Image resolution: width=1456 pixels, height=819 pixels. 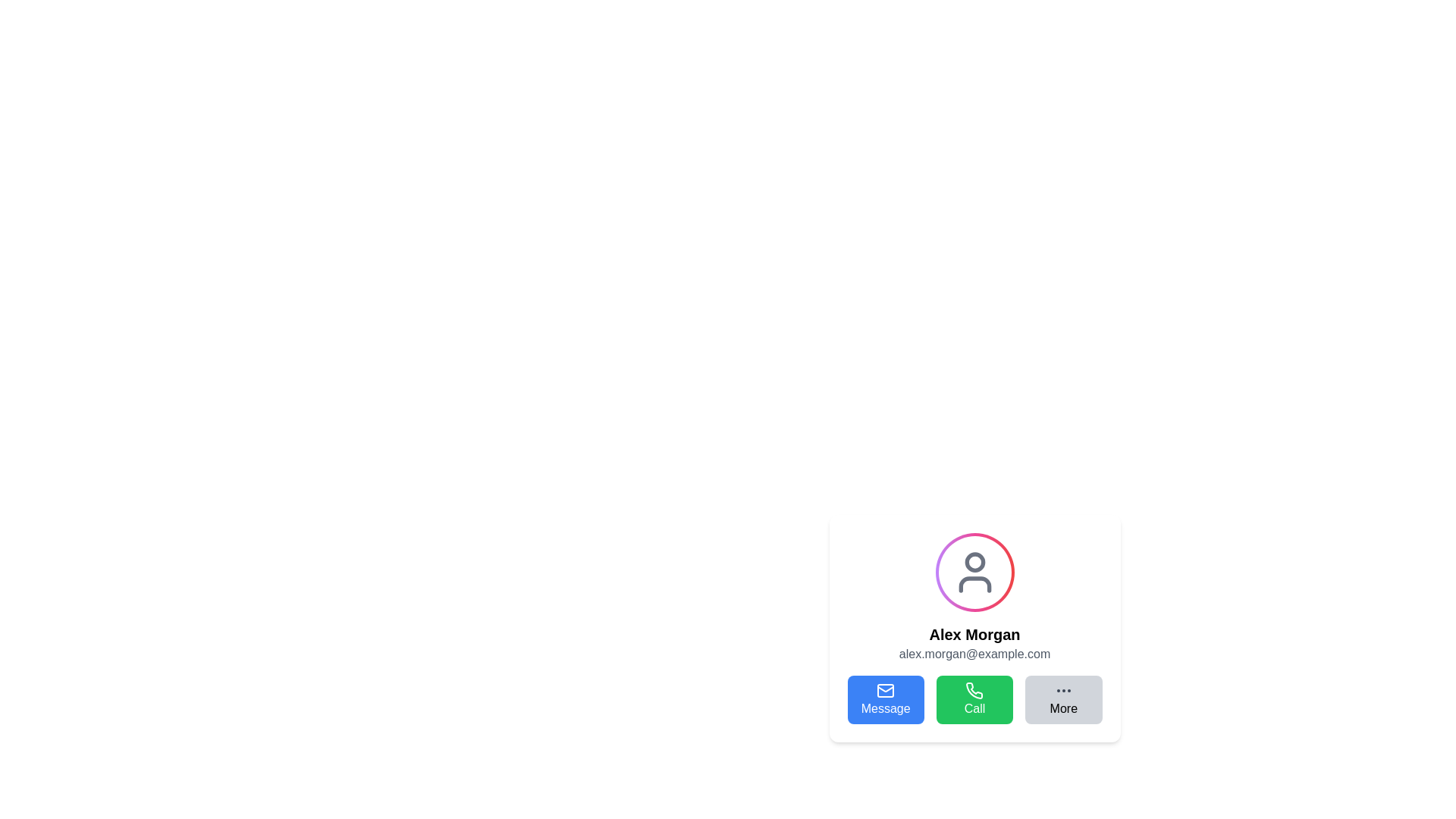 I want to click on the 'Call' icon located inside the green button labeled 'Call' to initiate a phone call, so click(x=974, y=690).